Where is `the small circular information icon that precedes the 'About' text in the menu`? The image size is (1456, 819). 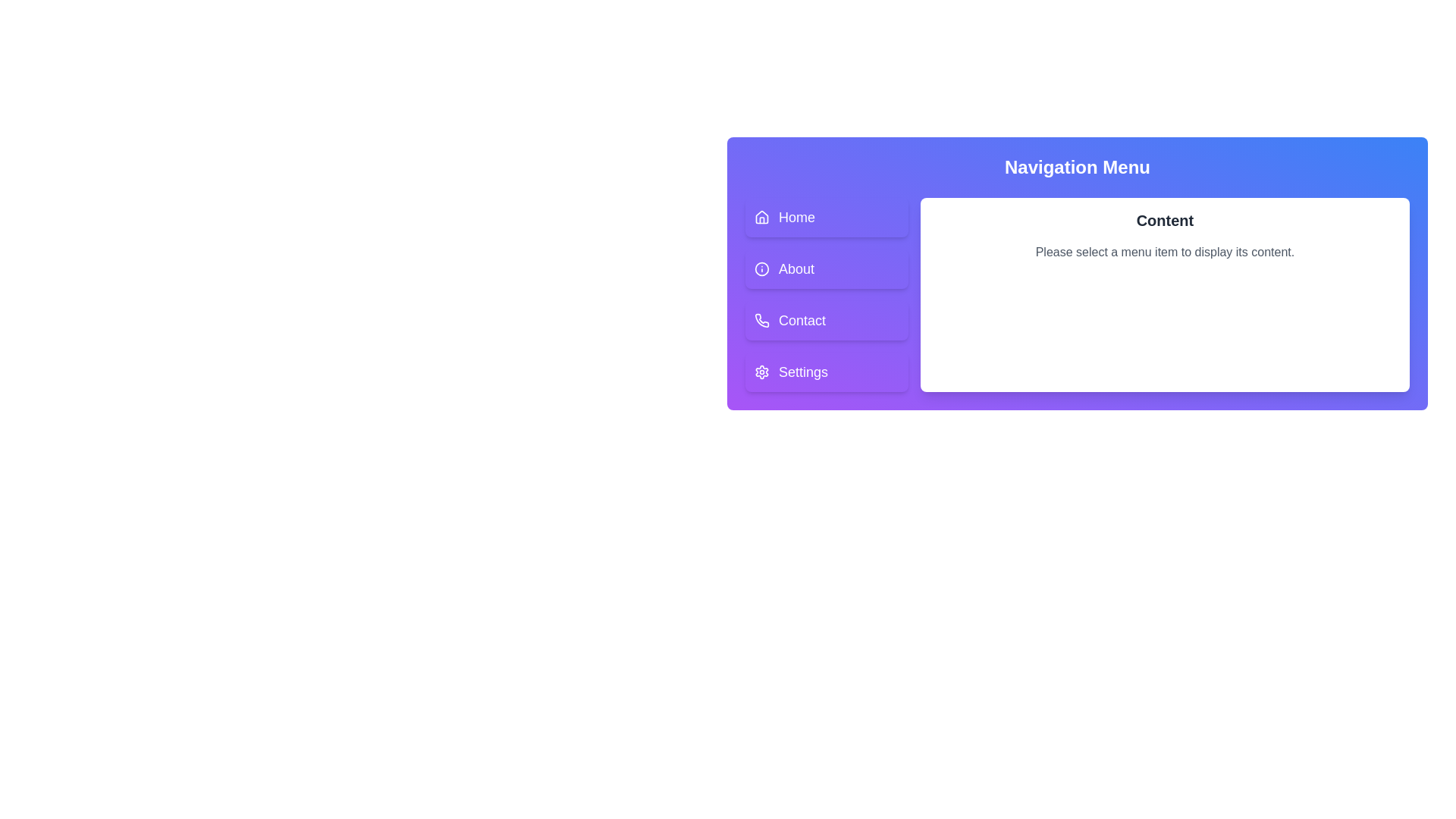
the small circular information icon that precedes the 'About' text in the menu is located at coordinates (761, 268).